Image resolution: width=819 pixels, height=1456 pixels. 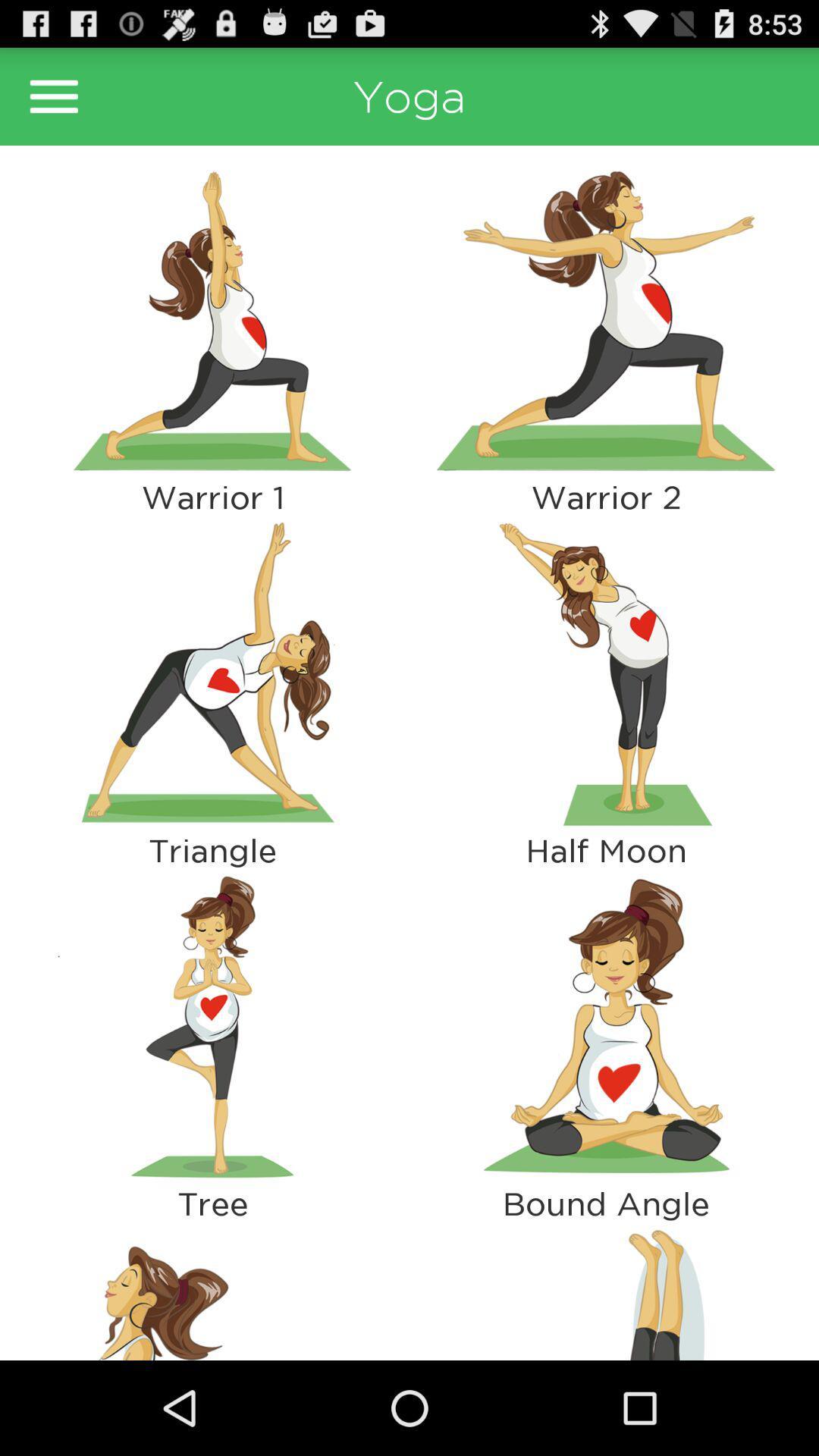 I want to click on app to the left of the yoga item, so click(x=53, y=96).